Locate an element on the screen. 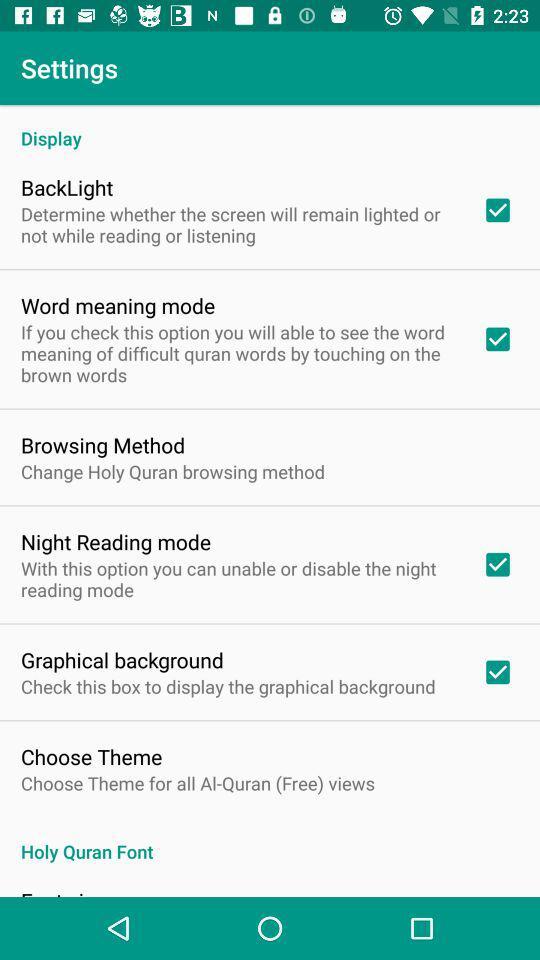 Image resolution: width=540 pixels, height=960 pixels. item below the holy quran font icon is located at coordinates (63, 890).